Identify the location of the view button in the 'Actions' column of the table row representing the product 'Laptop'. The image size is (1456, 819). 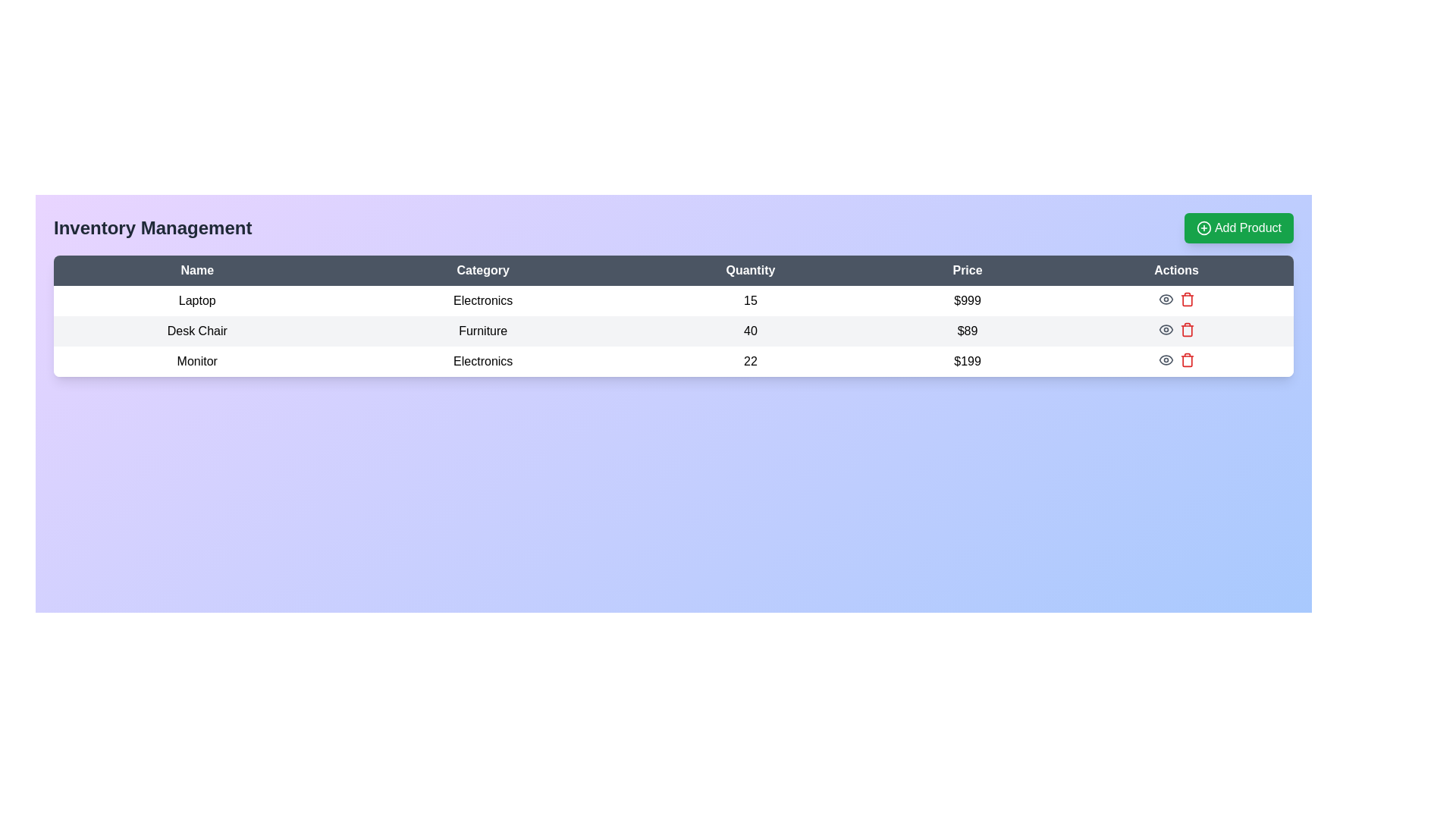
(1165, 299).